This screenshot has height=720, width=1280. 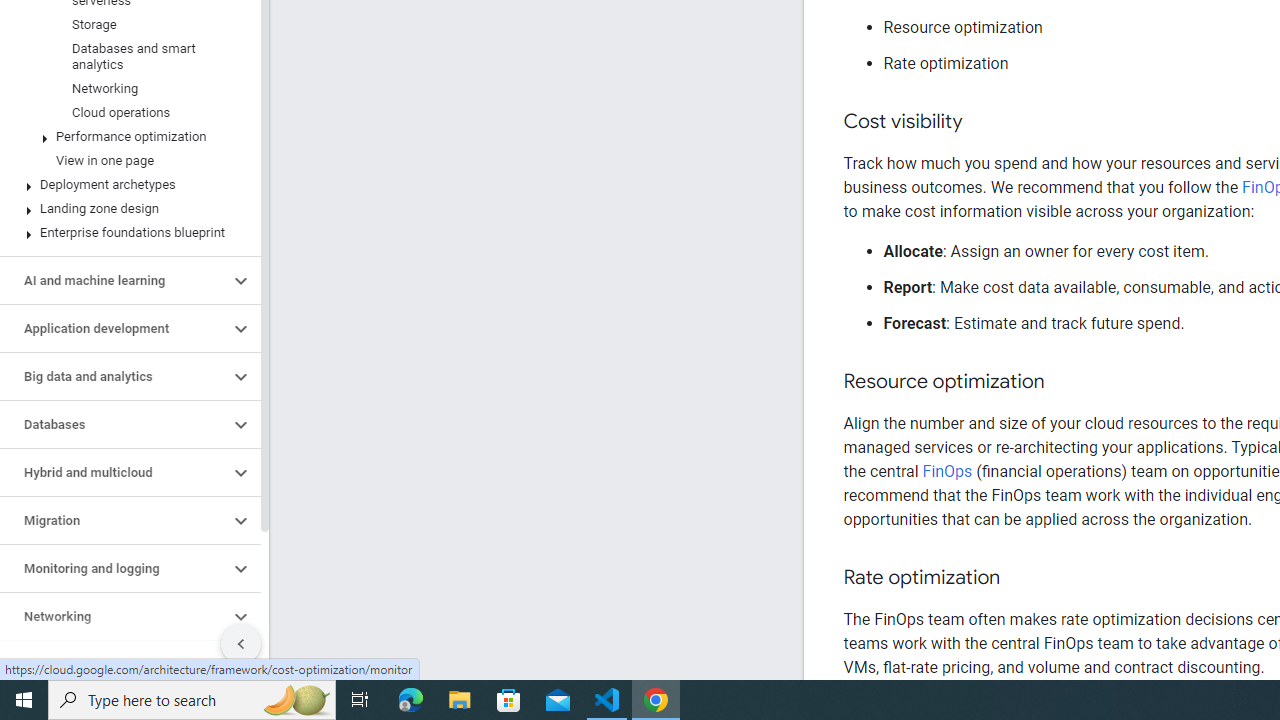 What do you see at coordinates (1020, 578) in the screenshot?
I see `'Copy link to this section: Rate optimization'` at bounding box center [1020, 578].